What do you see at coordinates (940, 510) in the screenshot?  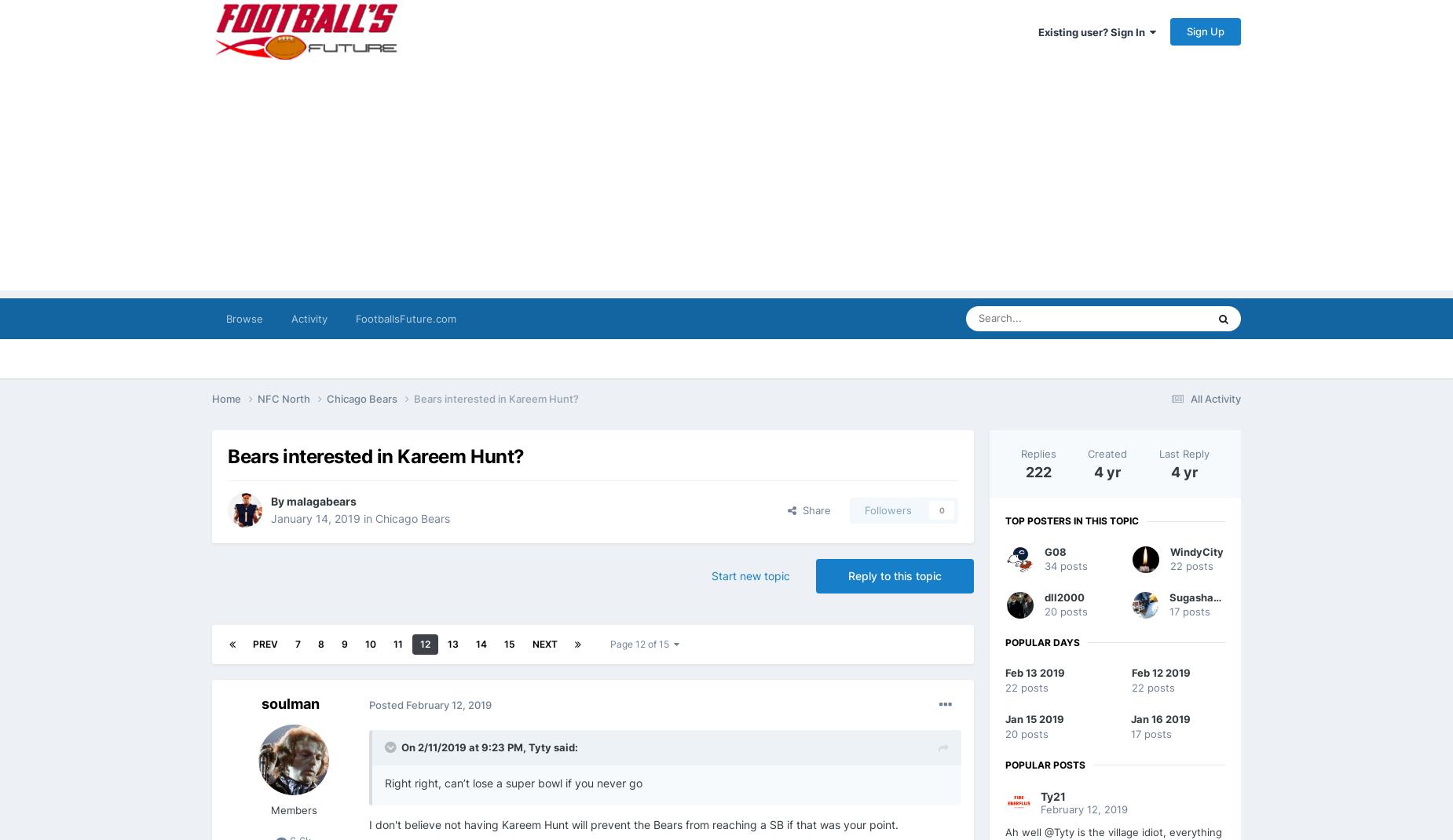 I see `'0'` at bounding box center [940, 510].